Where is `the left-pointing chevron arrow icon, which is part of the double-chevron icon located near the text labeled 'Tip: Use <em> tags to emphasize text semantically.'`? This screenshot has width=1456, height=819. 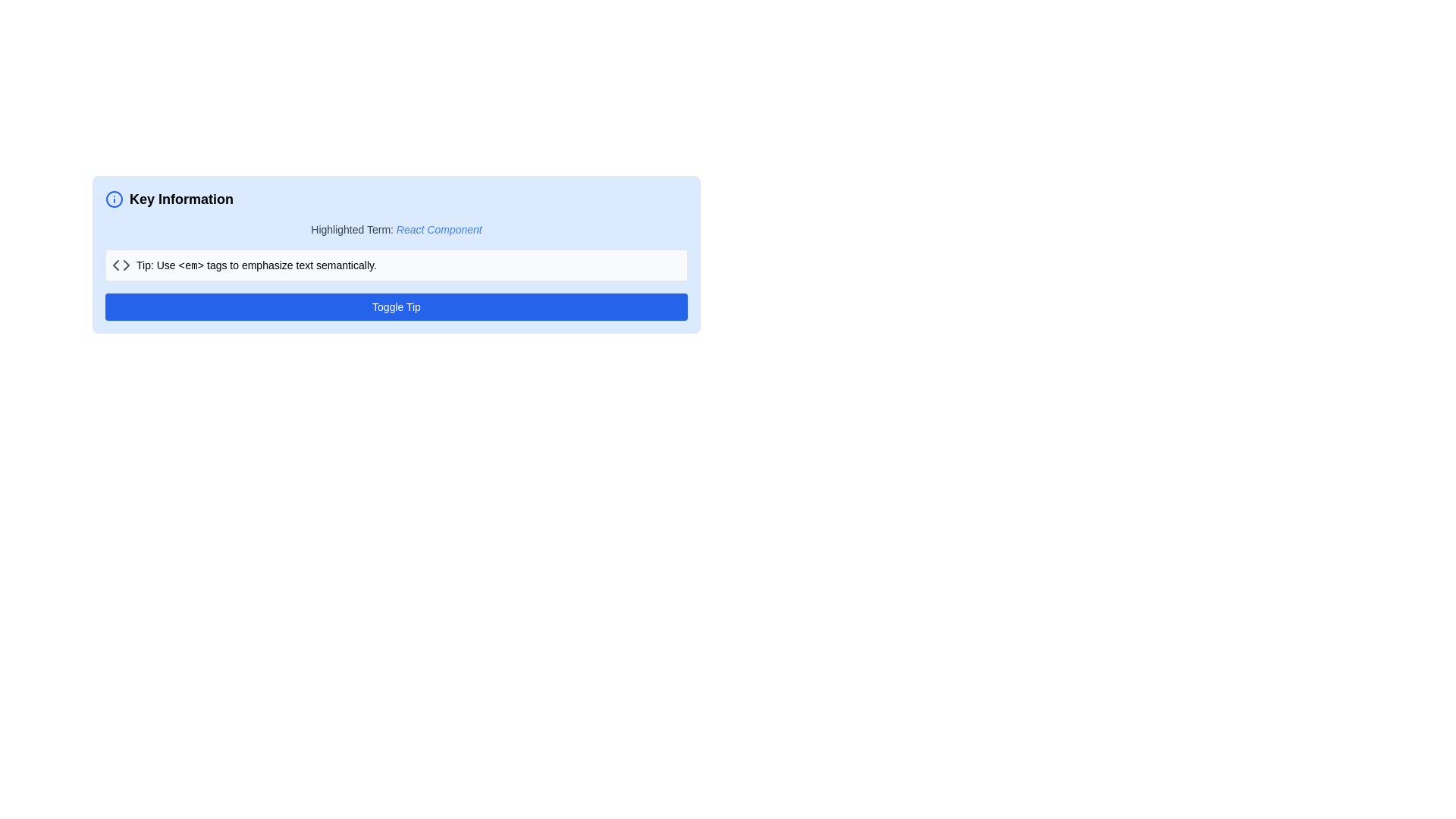 the left-pointing chevron arrow icon, which is part of the double-chevron icon located near the text labeled 'Tip: Use <em> tags to emphasize text semantically.' is located at coordinates (115, 265).